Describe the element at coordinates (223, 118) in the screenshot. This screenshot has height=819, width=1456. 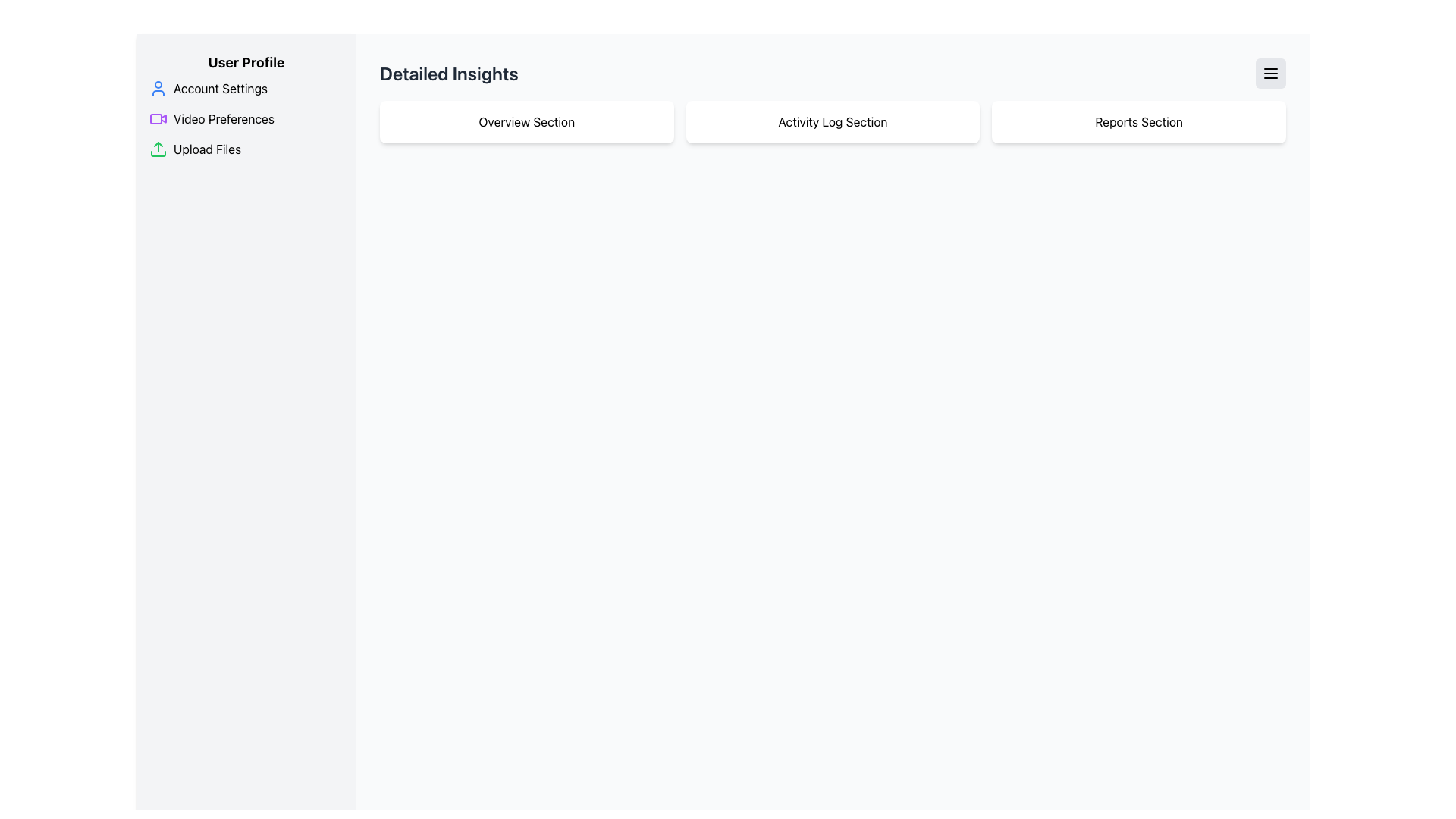
I see `the 'Video Preferences' text label in the vertical navigation menu under 'User Profile'` at that location.